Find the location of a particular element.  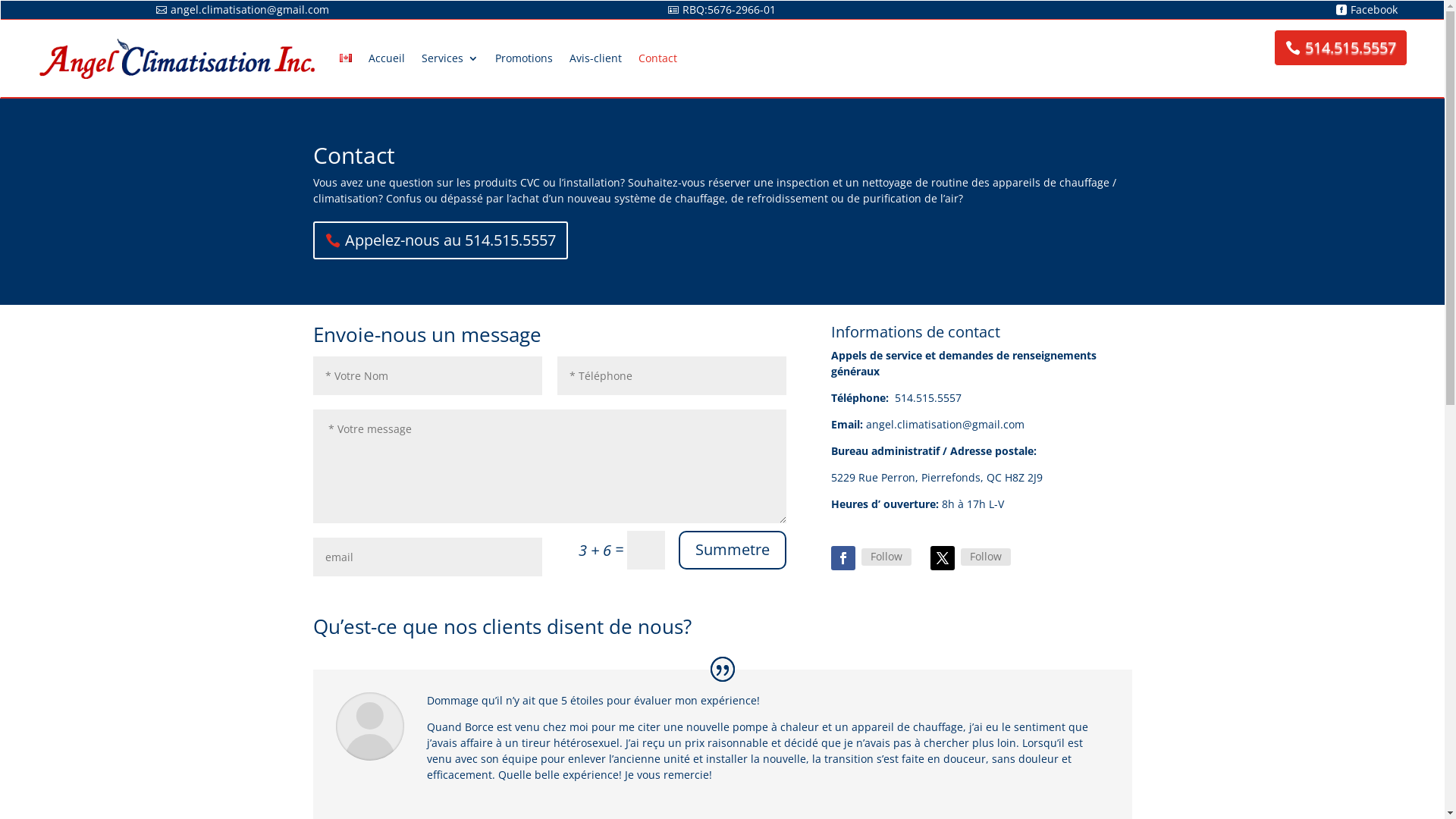

'Avis-client' is located at coordinates (568, 58).